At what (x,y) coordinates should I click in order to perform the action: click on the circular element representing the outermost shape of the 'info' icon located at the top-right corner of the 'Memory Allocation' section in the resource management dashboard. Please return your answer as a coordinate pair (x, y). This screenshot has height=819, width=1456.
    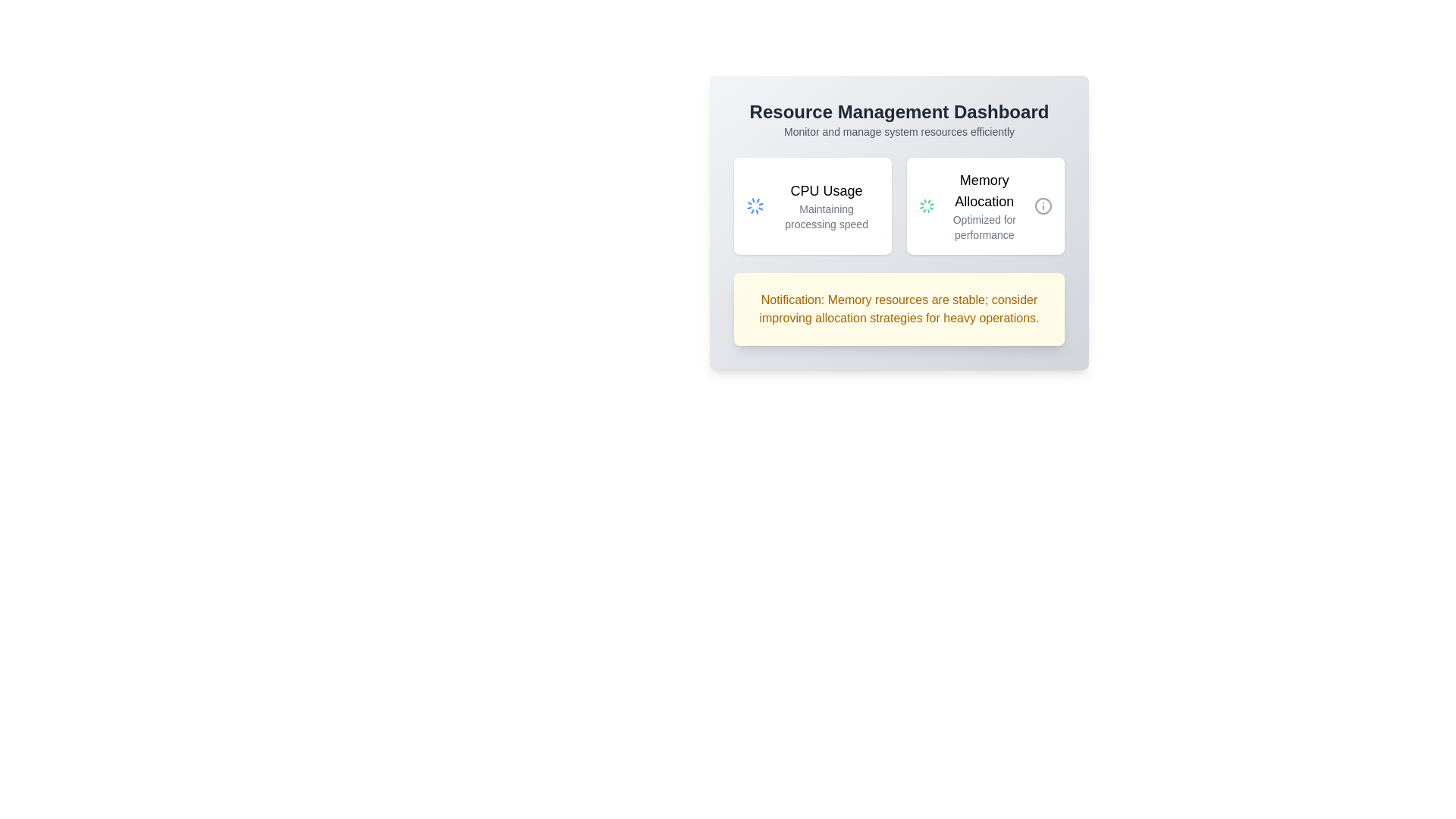
    Looking at the image, I should click on (1043, 206).